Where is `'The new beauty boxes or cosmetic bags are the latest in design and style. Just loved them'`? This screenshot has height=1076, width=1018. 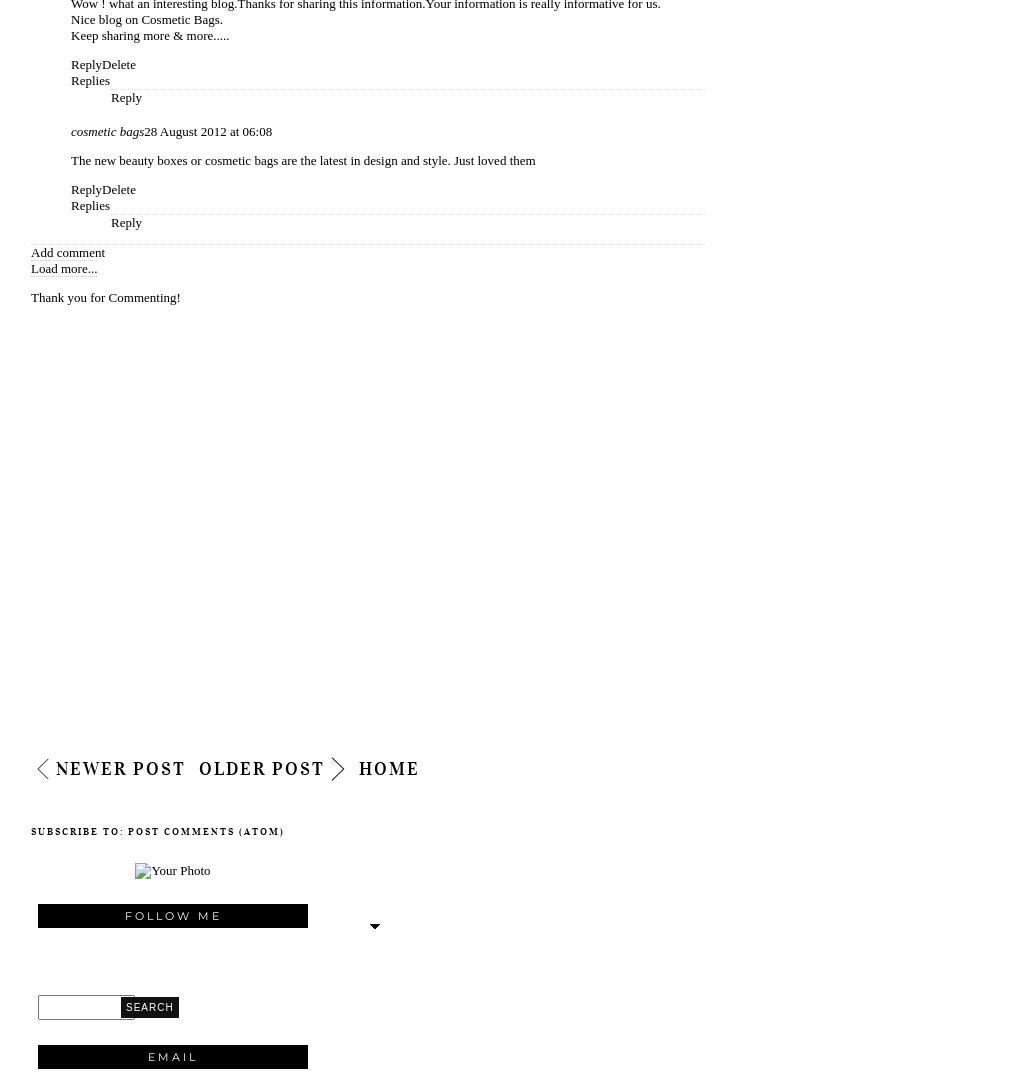
'The new beauty boxes or cosmetic bags are the latest in design and style. Just loved them' is located at coordinates (302, 160).